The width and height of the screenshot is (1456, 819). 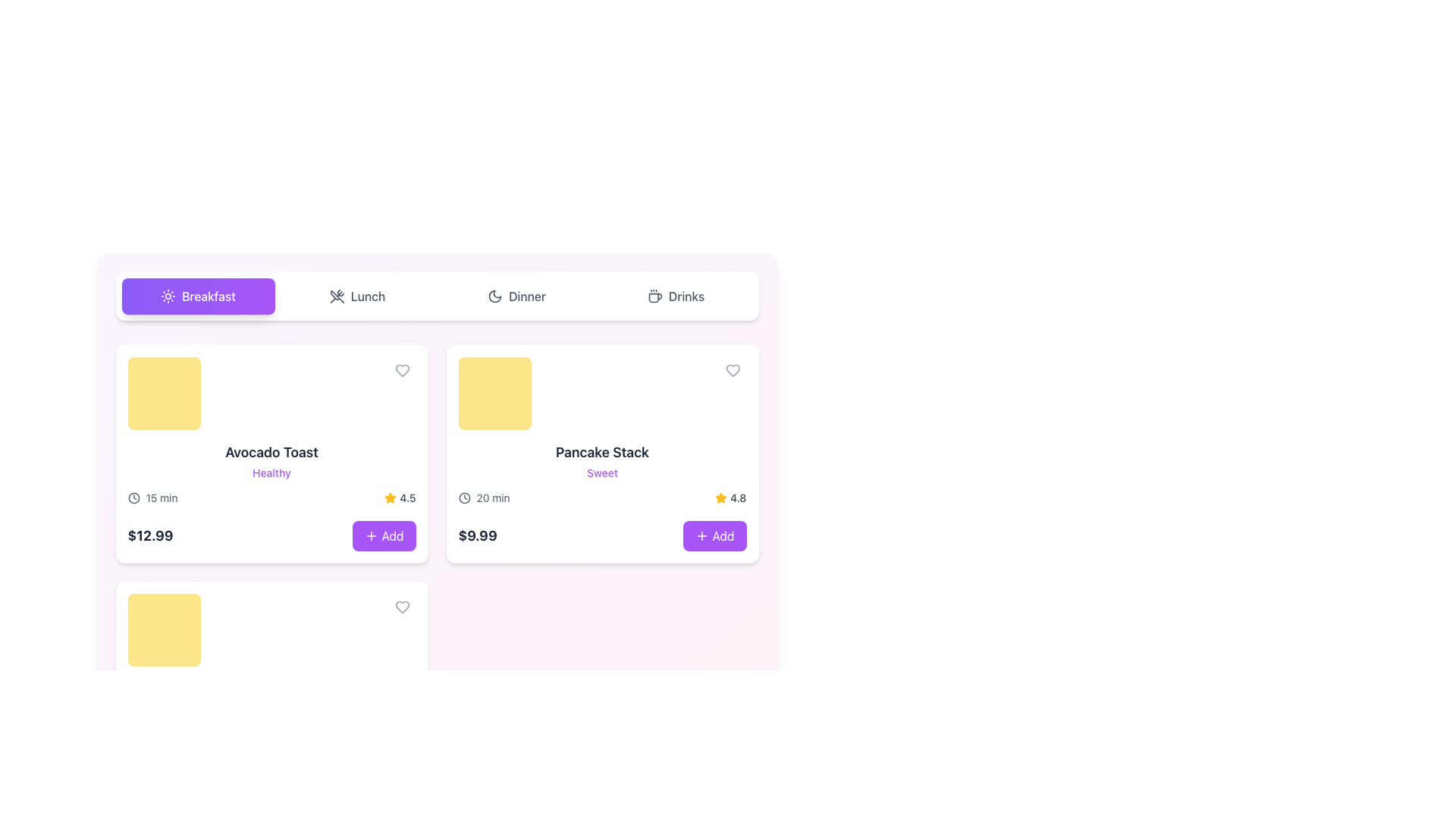 What do you see at coordinates (494, 296) in the screenshot?
I see `the 'Dinner' menu icon` at bounding box center [494, 296].